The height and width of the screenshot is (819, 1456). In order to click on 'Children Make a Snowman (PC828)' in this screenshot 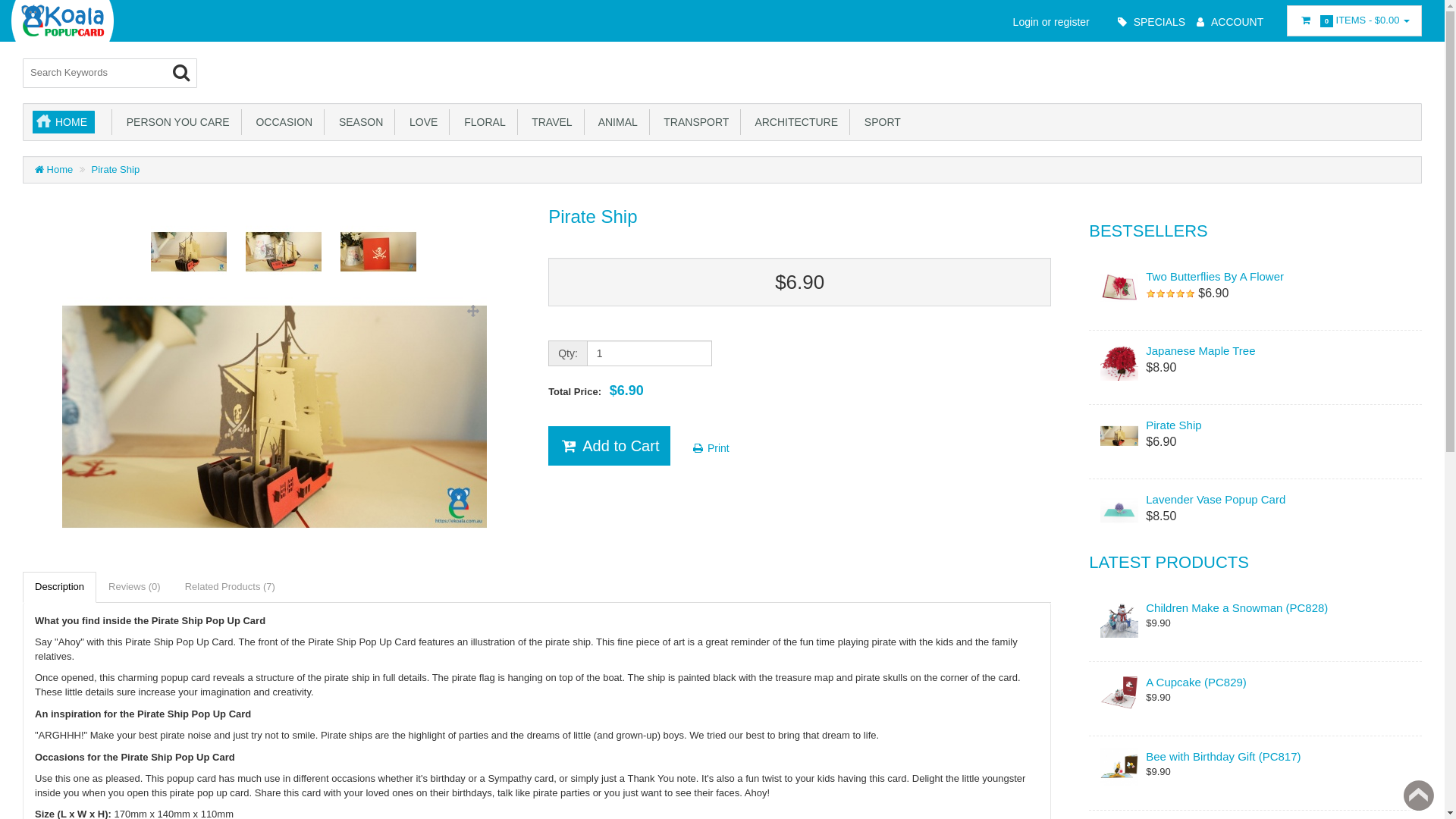, I will do `click(1255, 607)`.